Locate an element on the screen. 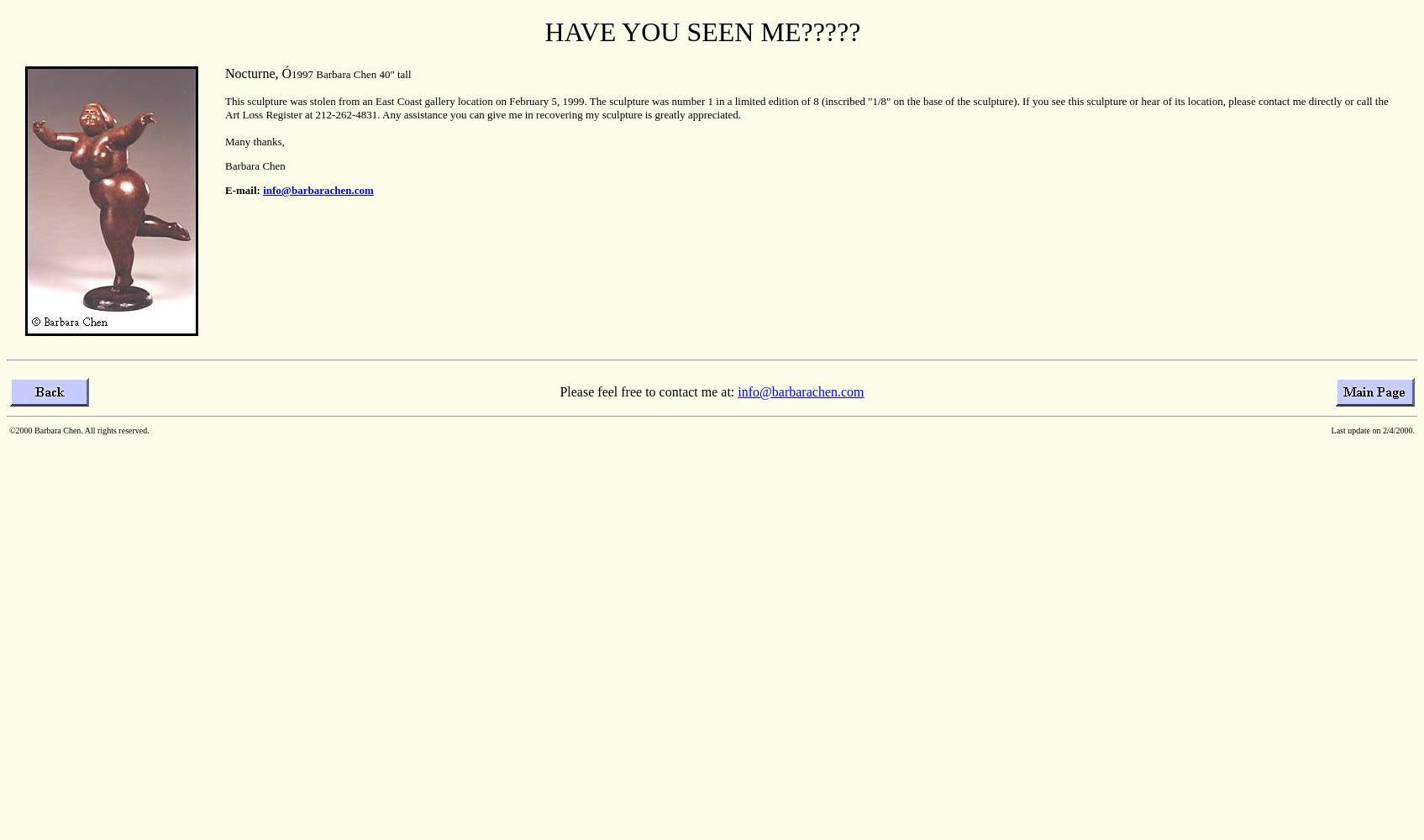 The image size is (1424, 840). 'Barbara Chen' is located at coordinates (255, 165).